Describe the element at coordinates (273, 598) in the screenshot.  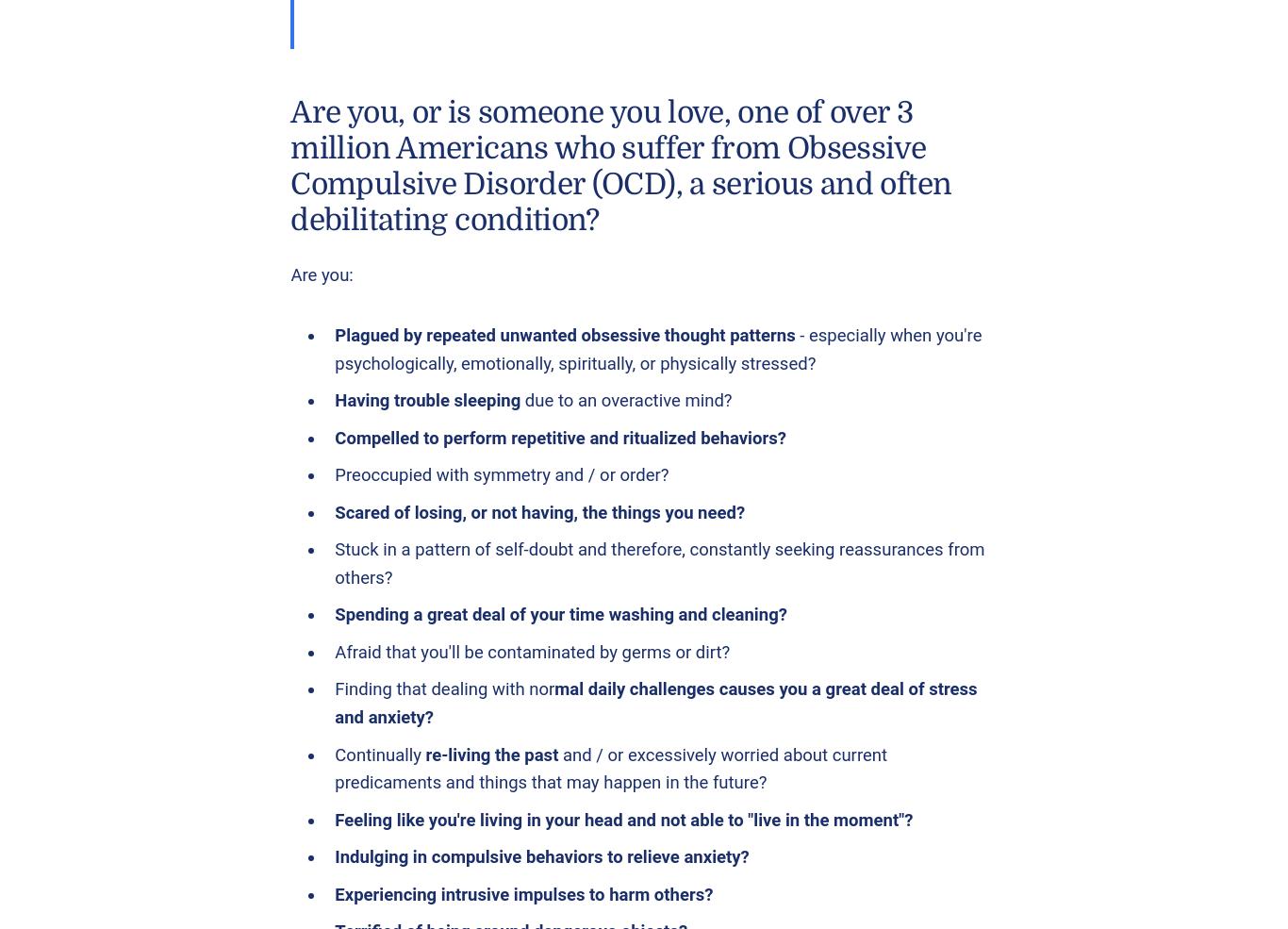
I see `'Web site development by Brian Austin, InternetTIPS.com'` at that location.